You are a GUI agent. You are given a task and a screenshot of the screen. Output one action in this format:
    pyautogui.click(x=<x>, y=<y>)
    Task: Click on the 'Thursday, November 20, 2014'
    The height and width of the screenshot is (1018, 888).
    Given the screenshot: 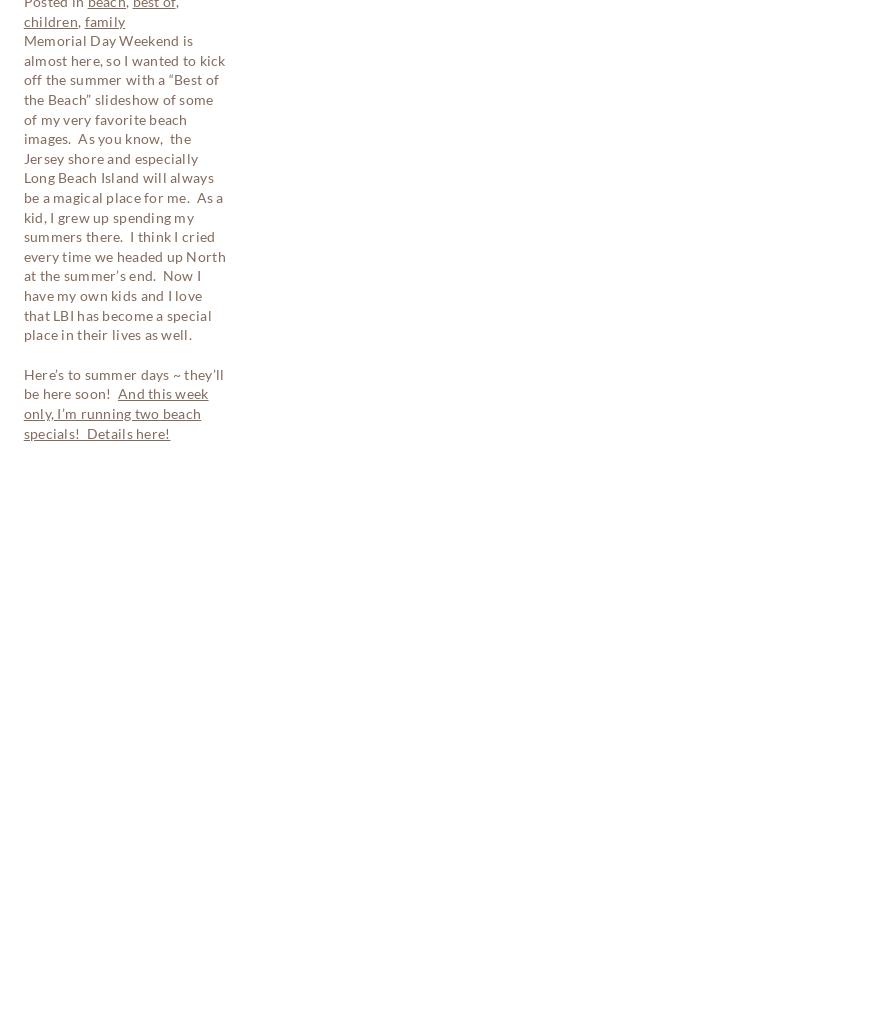 What is the action you would take?
    pyautogui.click(x=27, y=472)
    